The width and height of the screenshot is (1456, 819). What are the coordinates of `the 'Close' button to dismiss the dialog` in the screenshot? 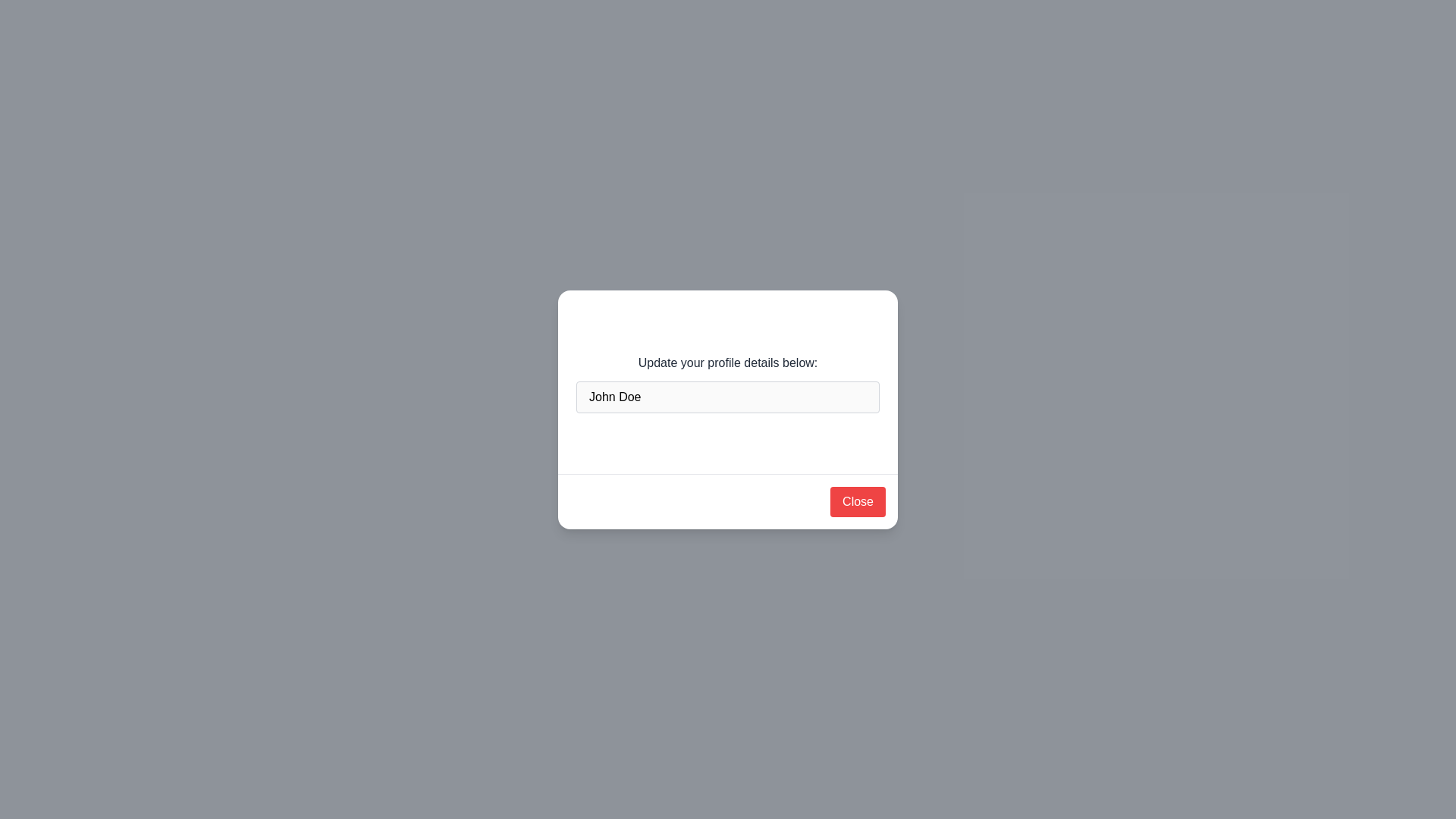 It's located at (858, 501).